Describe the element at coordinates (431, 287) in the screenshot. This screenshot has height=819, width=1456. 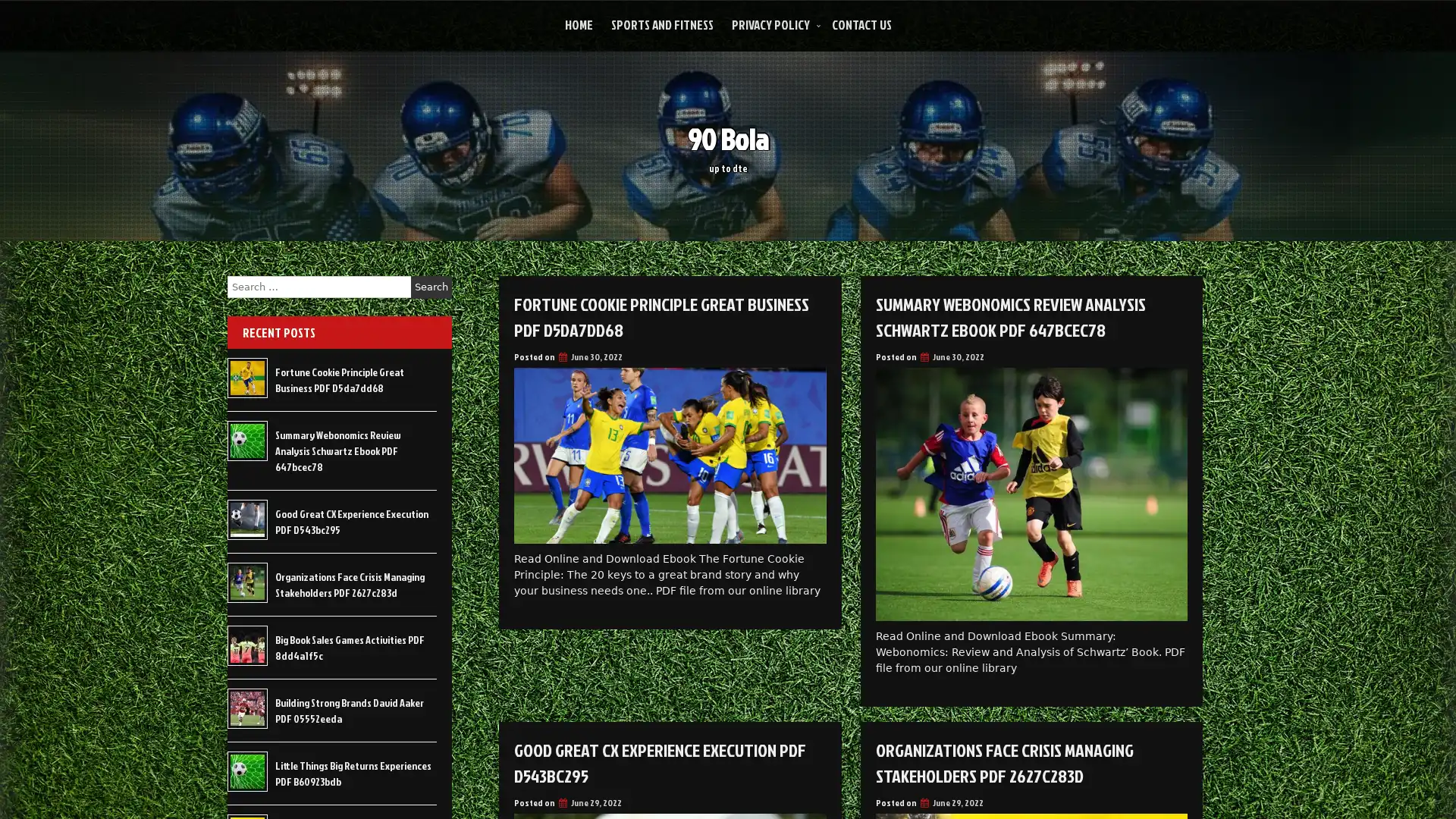
I see `Search` at that location.